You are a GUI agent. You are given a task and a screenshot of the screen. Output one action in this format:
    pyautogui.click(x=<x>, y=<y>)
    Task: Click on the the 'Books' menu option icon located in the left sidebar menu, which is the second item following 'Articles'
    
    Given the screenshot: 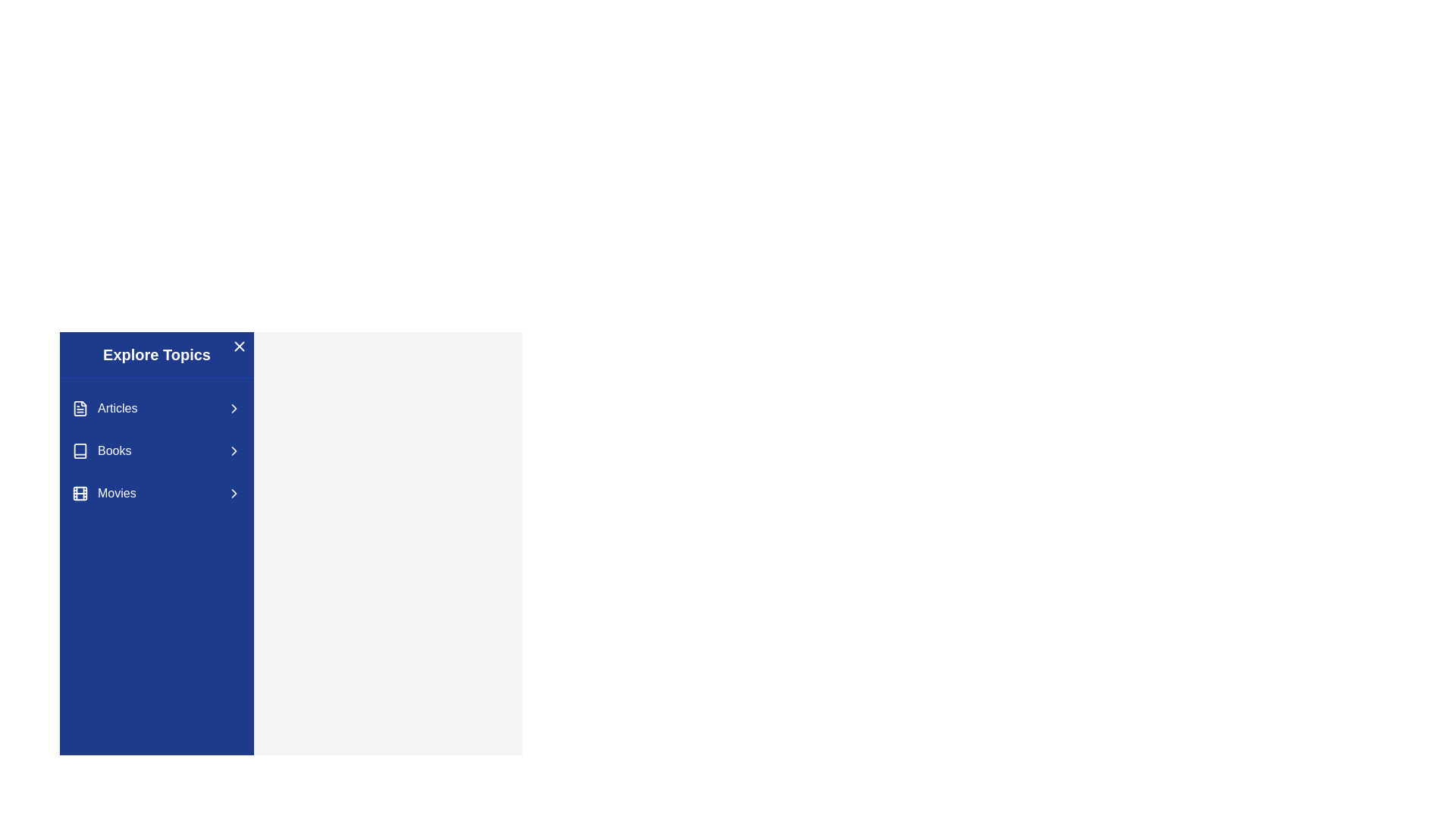 What is the action you would take?
    pyautogui.click(x=79, y=450)
    